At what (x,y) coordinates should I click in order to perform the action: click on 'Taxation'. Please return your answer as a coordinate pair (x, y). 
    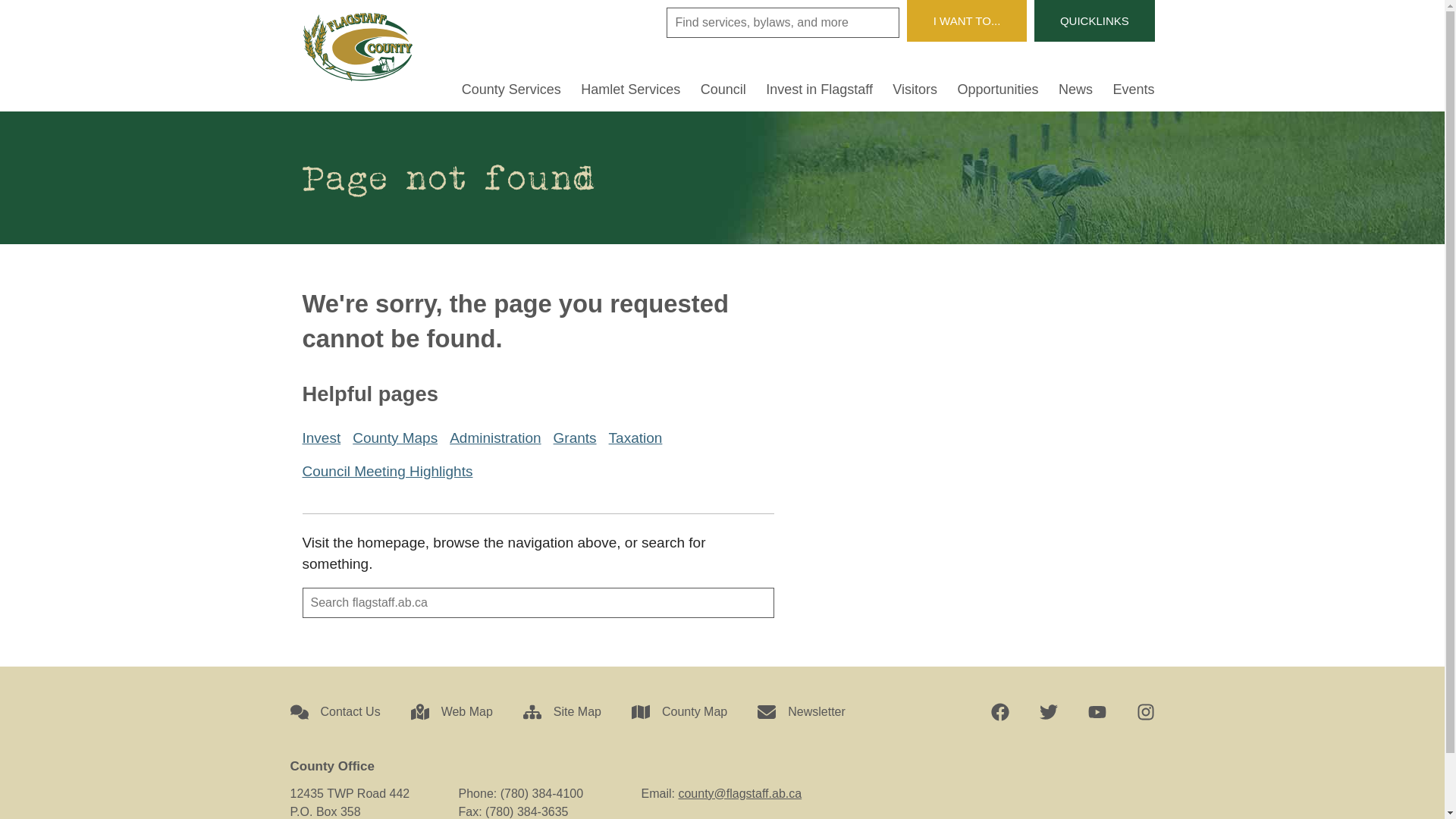
    Looking at the image, I should click on (635, 438).